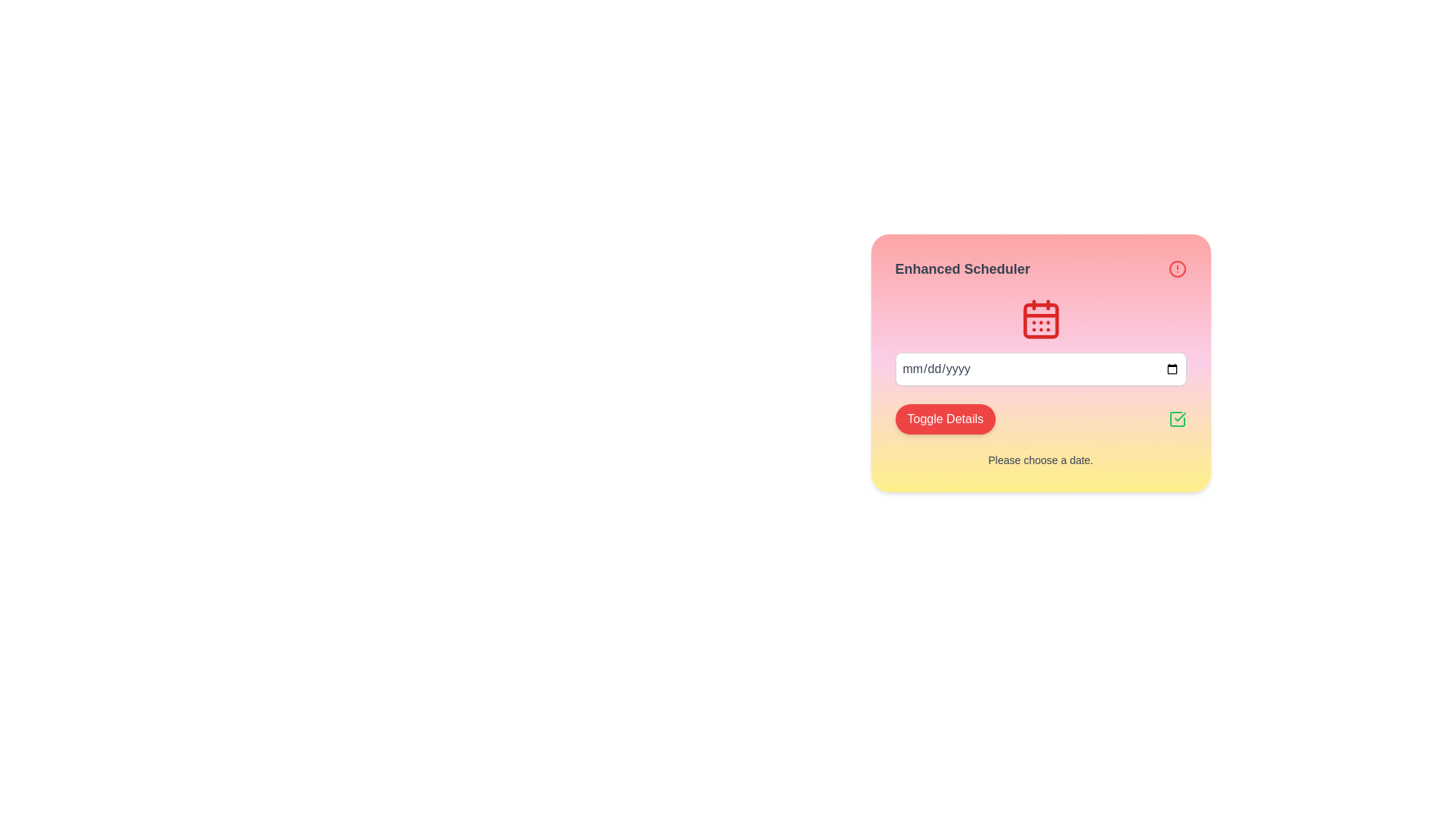  I want to click on the Header Section that displays 'Enhanced Scheduler' in bold, dark gray font on the left and an alert icon in red on the right, so click(1040, 268).